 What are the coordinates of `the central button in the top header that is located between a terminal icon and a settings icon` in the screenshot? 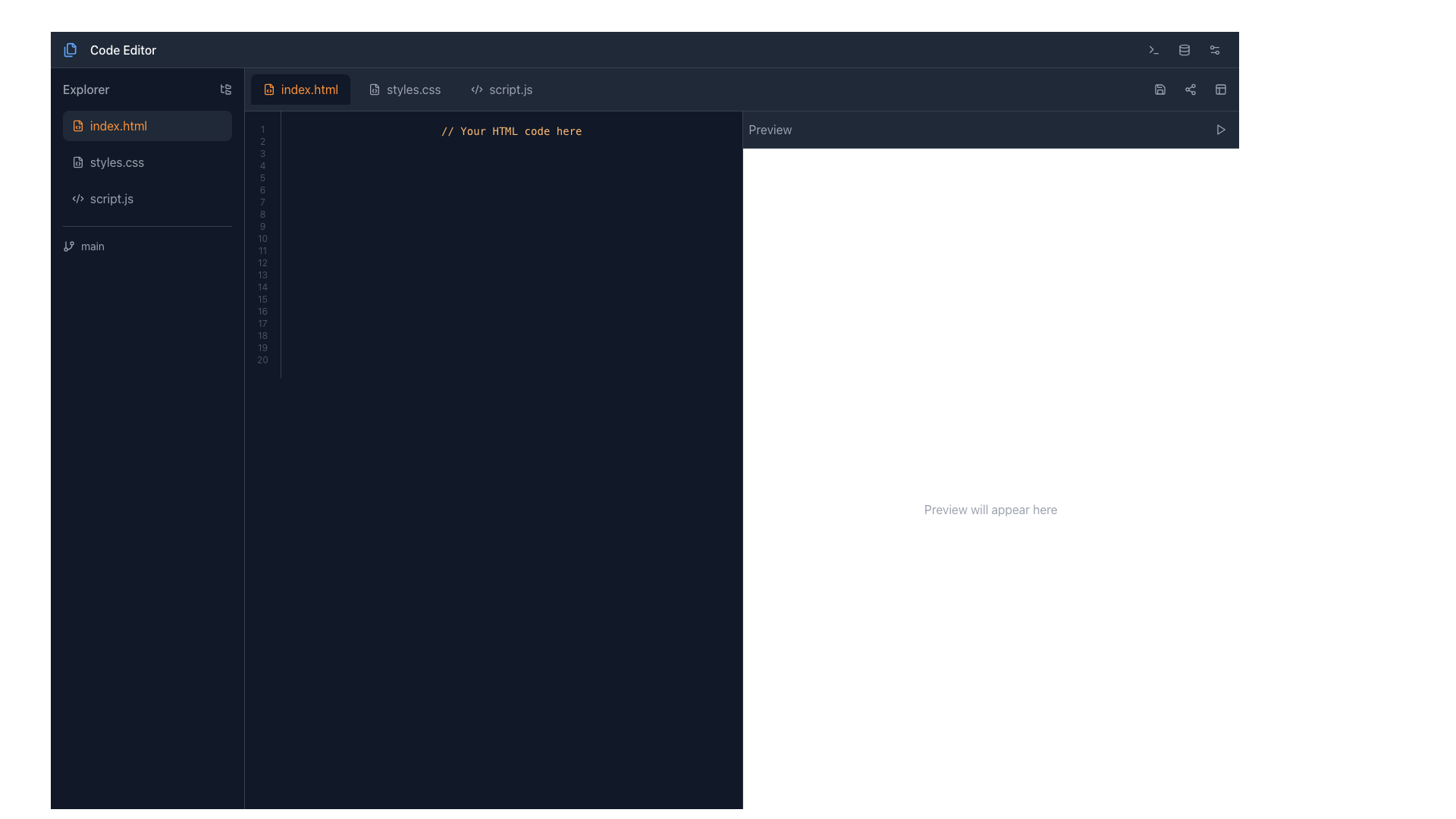 It's located at (1183, 49).